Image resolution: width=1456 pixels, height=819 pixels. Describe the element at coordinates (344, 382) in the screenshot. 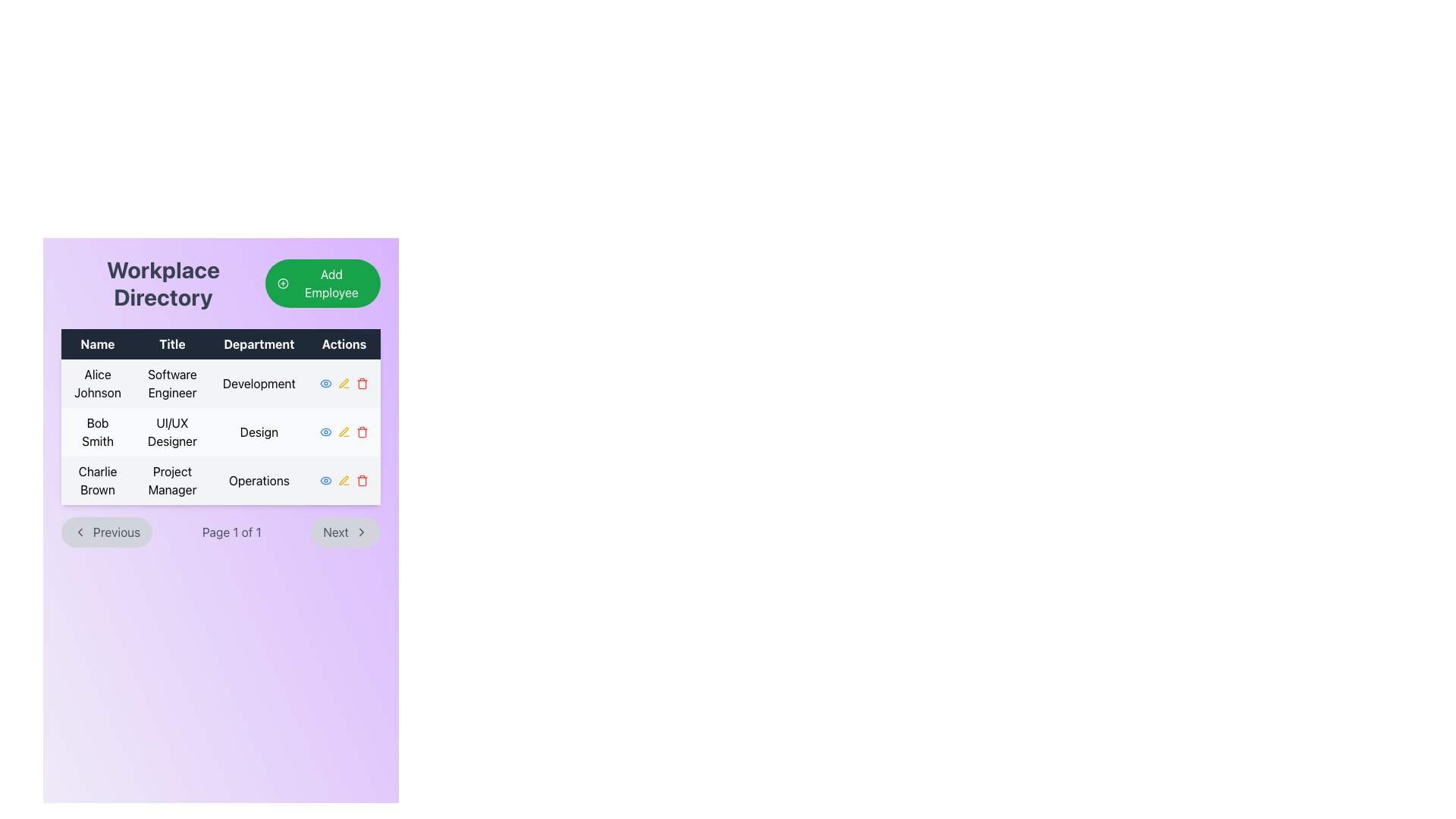

I see `the Interactive Icon in the Actions column` at that location.